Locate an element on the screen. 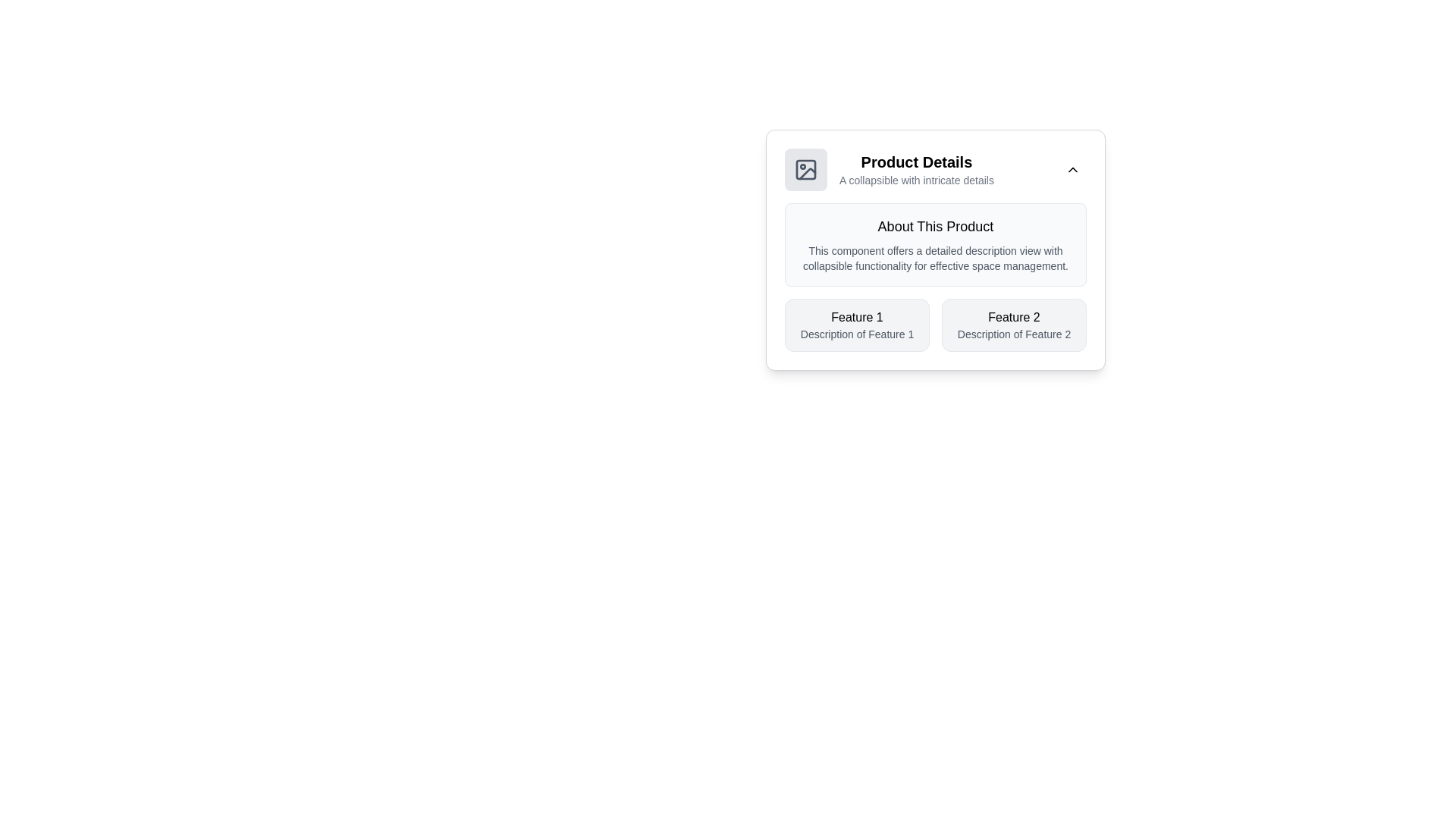 The image size is (1456, 819). the card with a light-gray background that displays 'Feature 1' in bold font and 'Description of Feature 1' below it, located in the first column of a two-column grid below 'About This Product' is located at coordinates (857, 324).